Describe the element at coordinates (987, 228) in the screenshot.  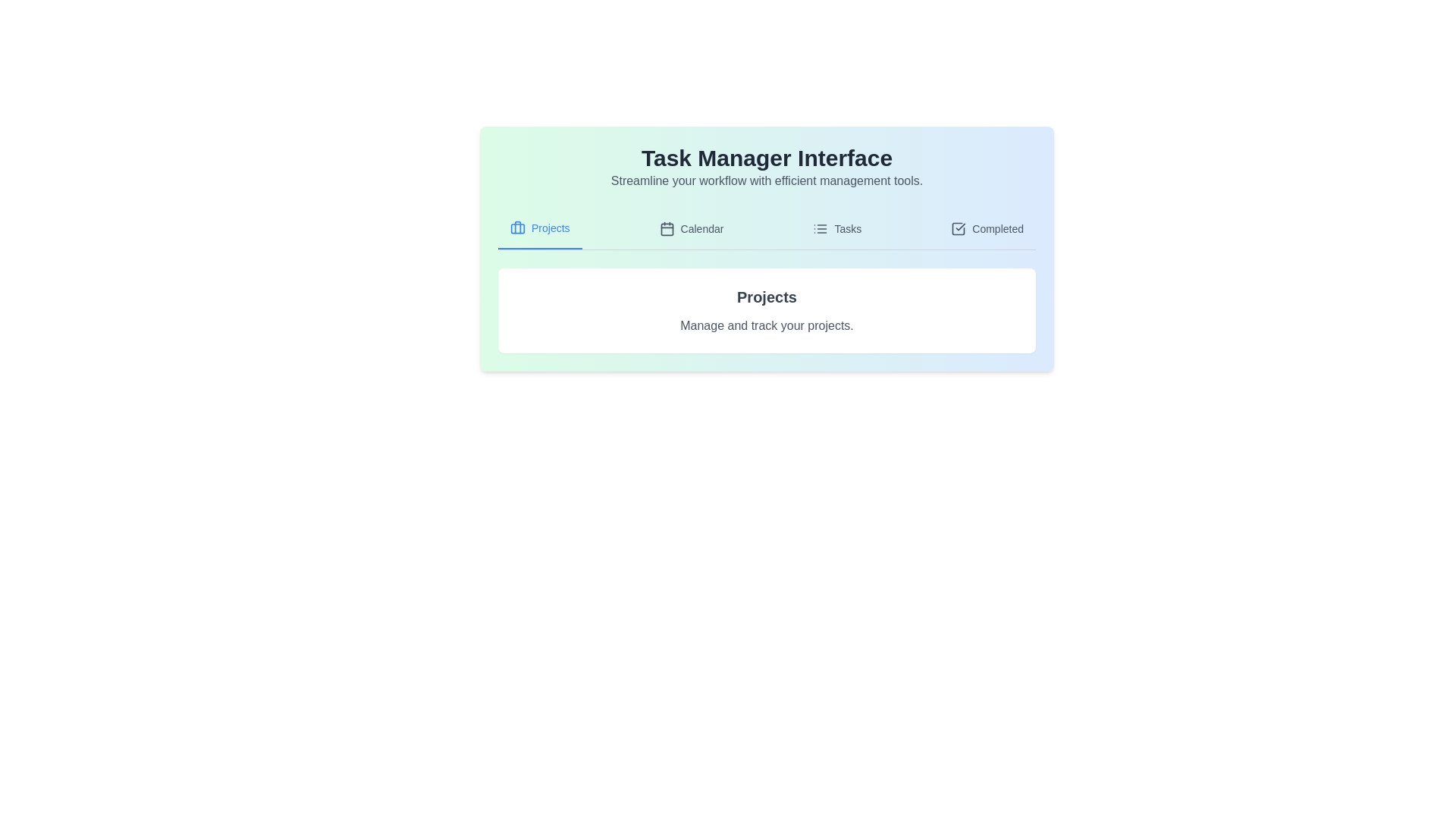
I see `the tab corresponding to Completed to display its content` at that location.